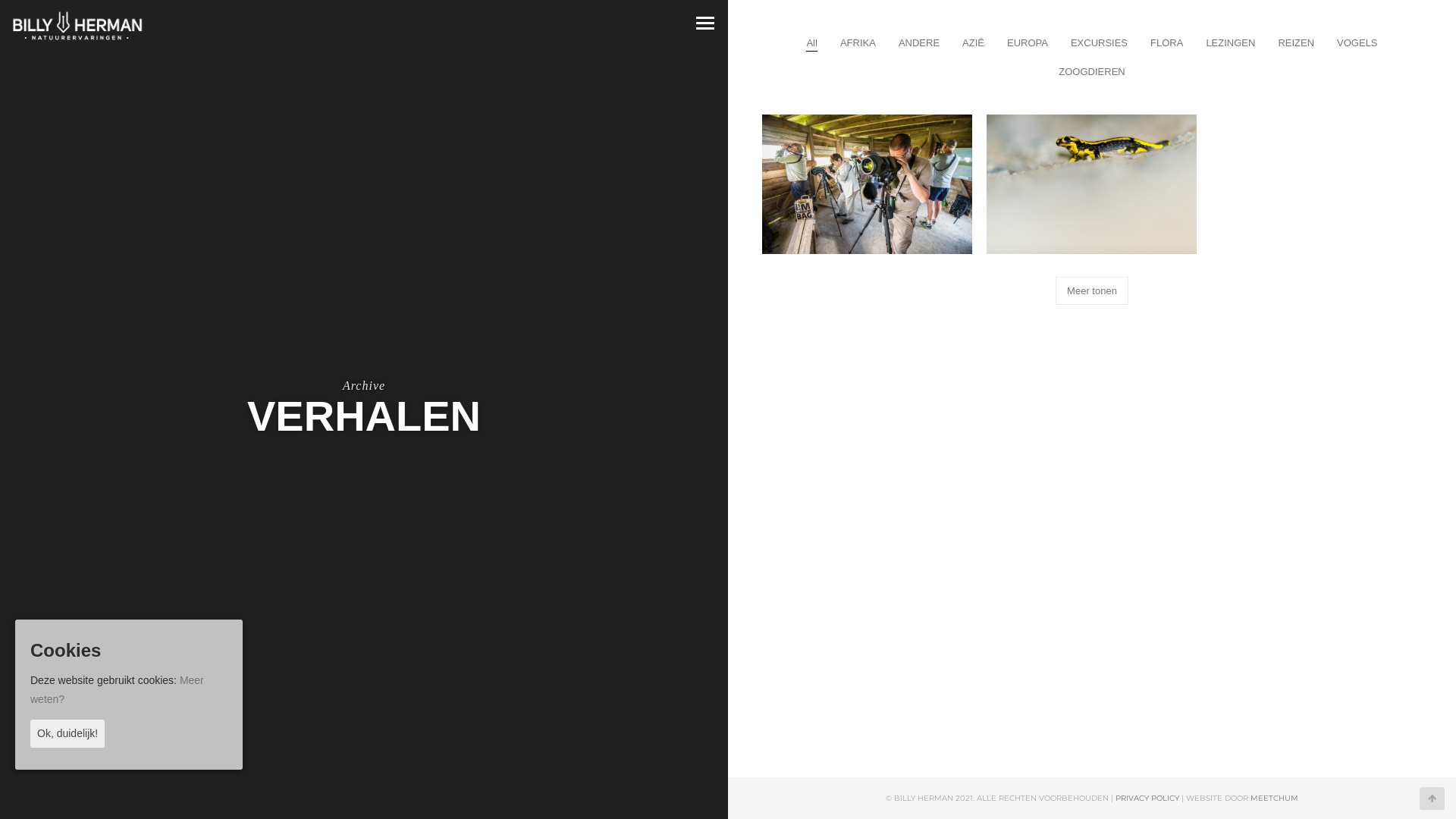  What do you see at coordinates (1092, 290) in the screenshot?
I see `'Meer tonen'` at bounding box center [1092, 290].